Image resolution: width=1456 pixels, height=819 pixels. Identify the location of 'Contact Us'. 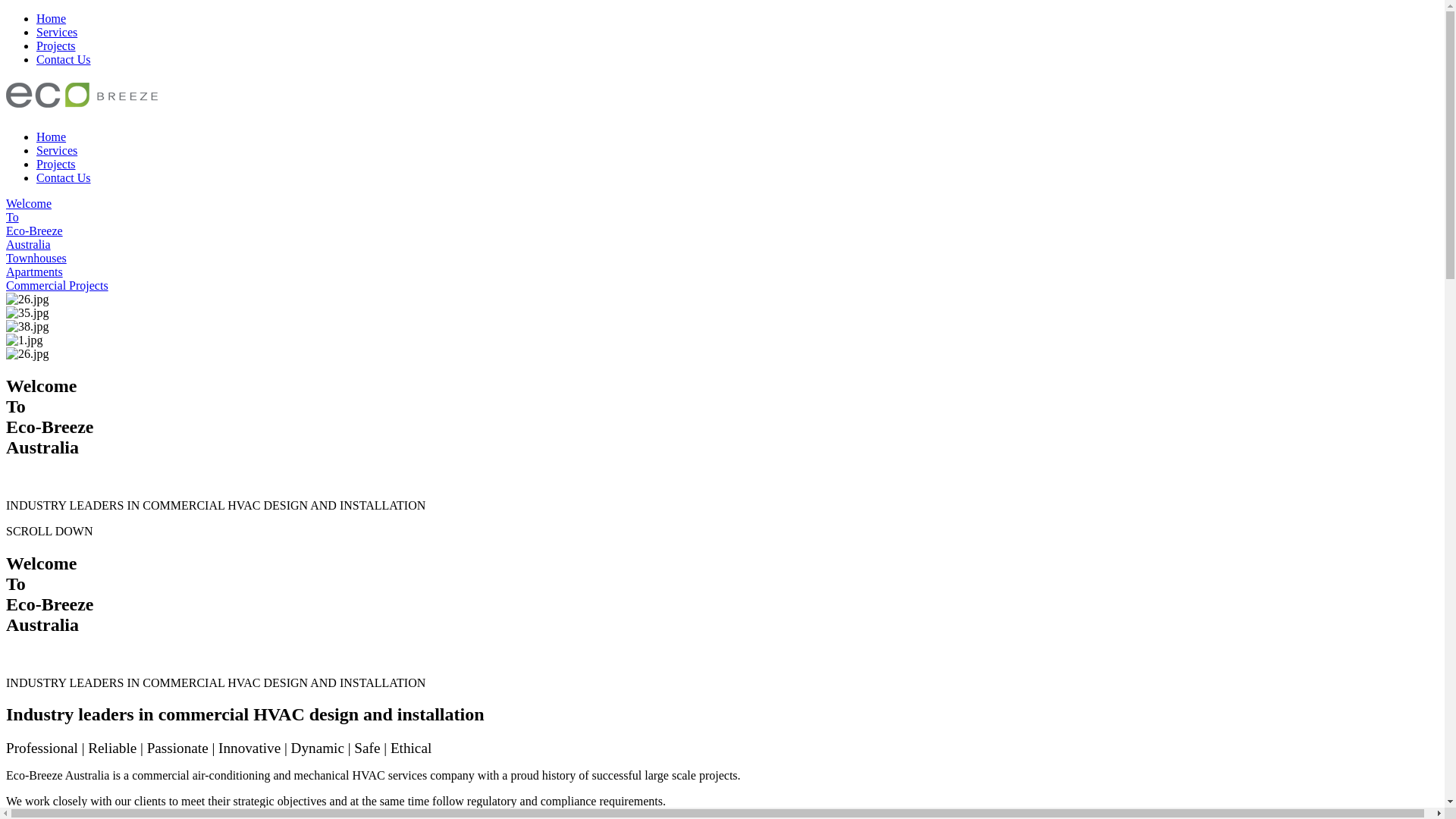
(62, 58).